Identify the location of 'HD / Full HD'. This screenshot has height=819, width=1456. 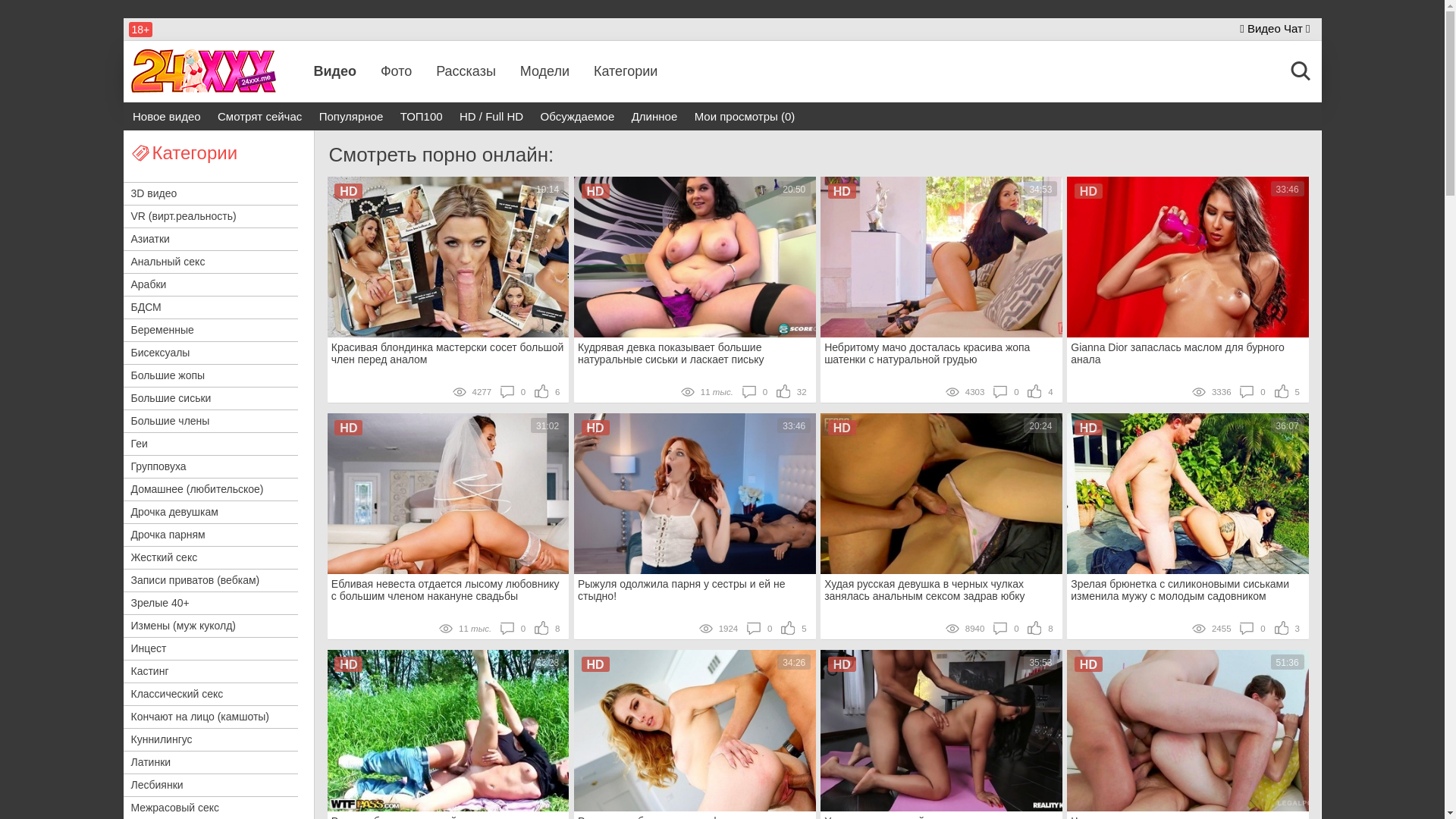
(491, 115).